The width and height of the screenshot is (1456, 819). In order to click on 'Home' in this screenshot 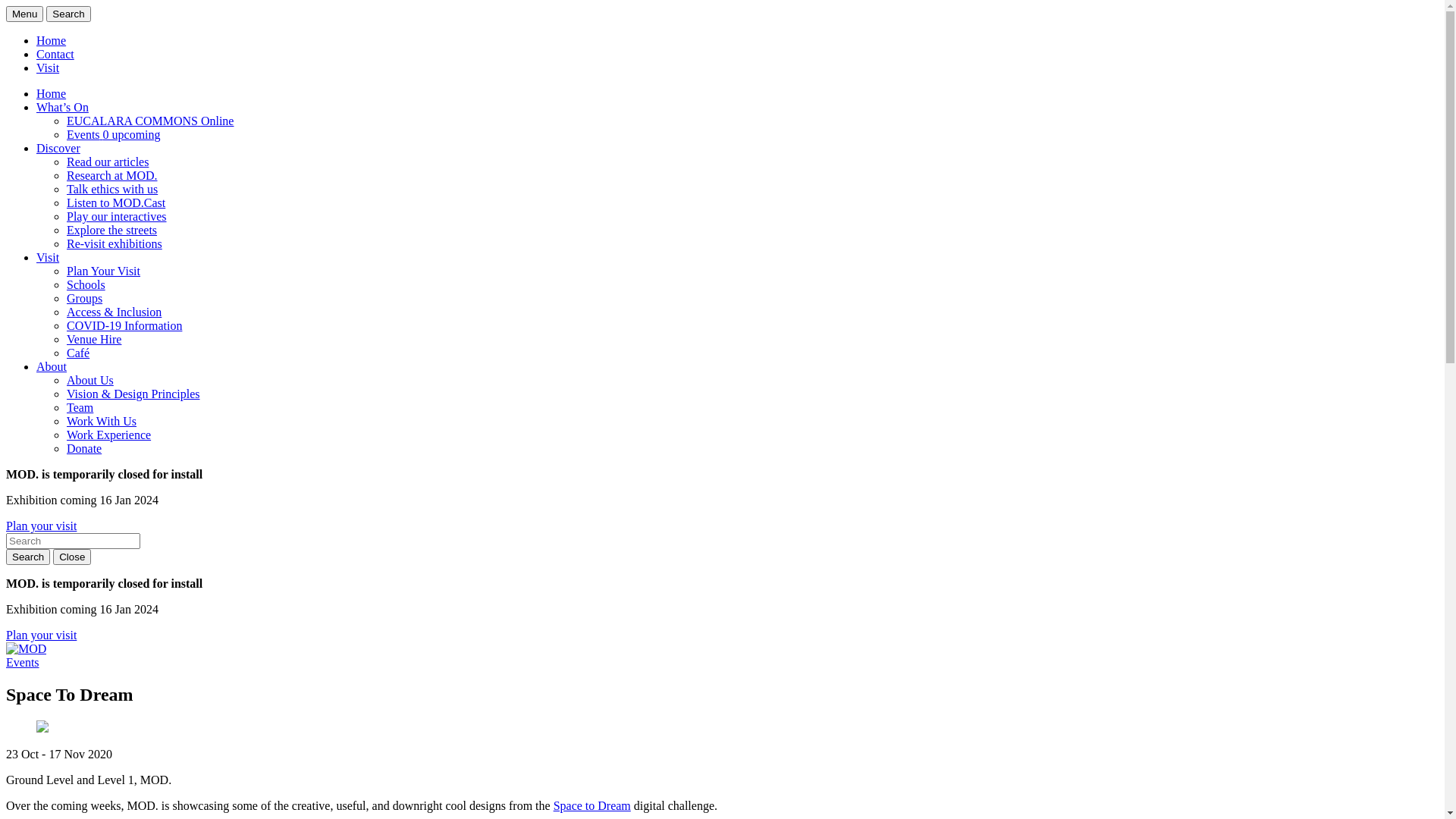, I will do `click(36, 39)`.